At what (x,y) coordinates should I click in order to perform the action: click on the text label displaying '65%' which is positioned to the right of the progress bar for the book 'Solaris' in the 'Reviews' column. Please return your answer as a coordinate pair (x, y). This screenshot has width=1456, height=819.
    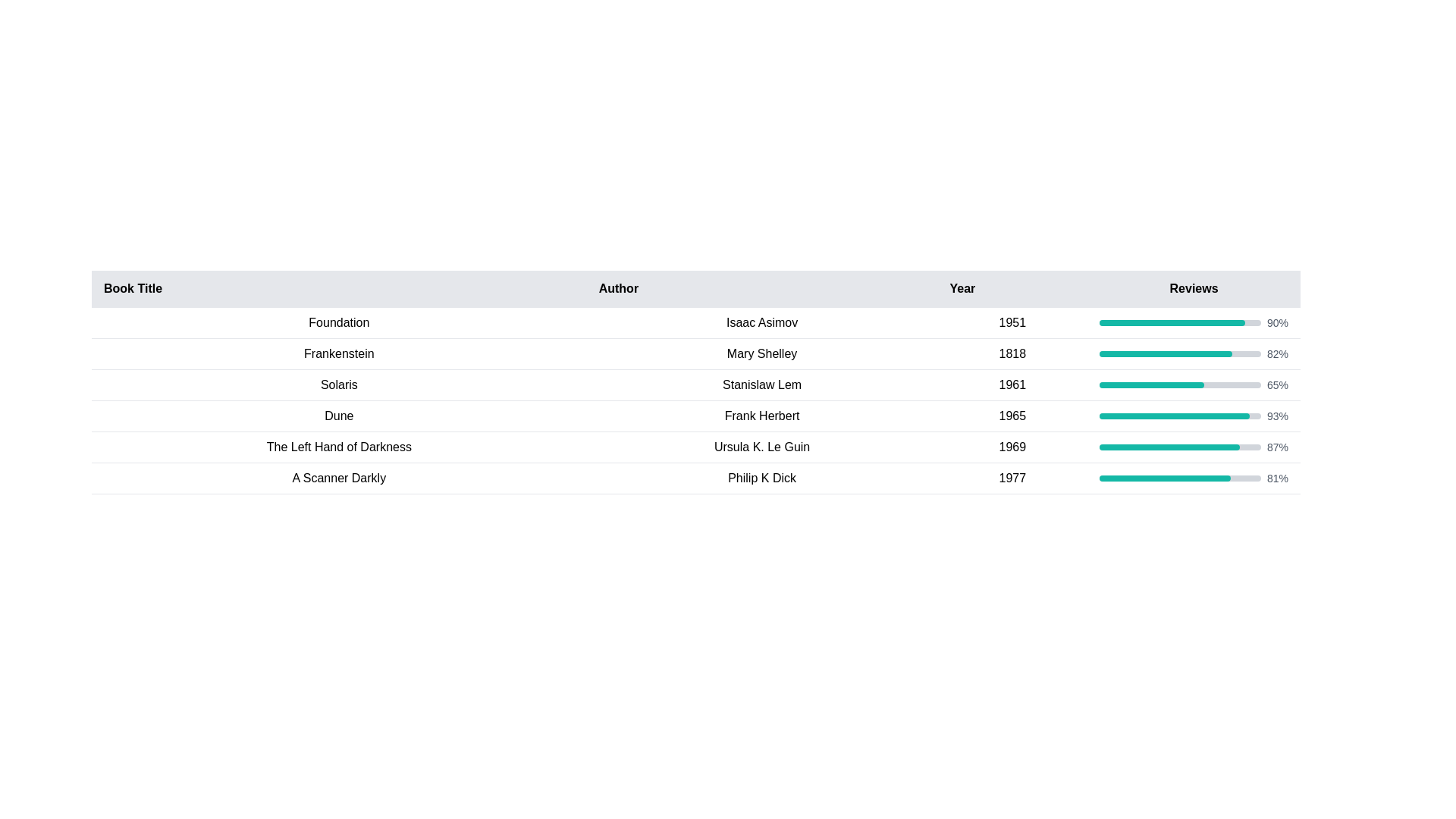
    Looking at the image, I should click on (1276, 384).